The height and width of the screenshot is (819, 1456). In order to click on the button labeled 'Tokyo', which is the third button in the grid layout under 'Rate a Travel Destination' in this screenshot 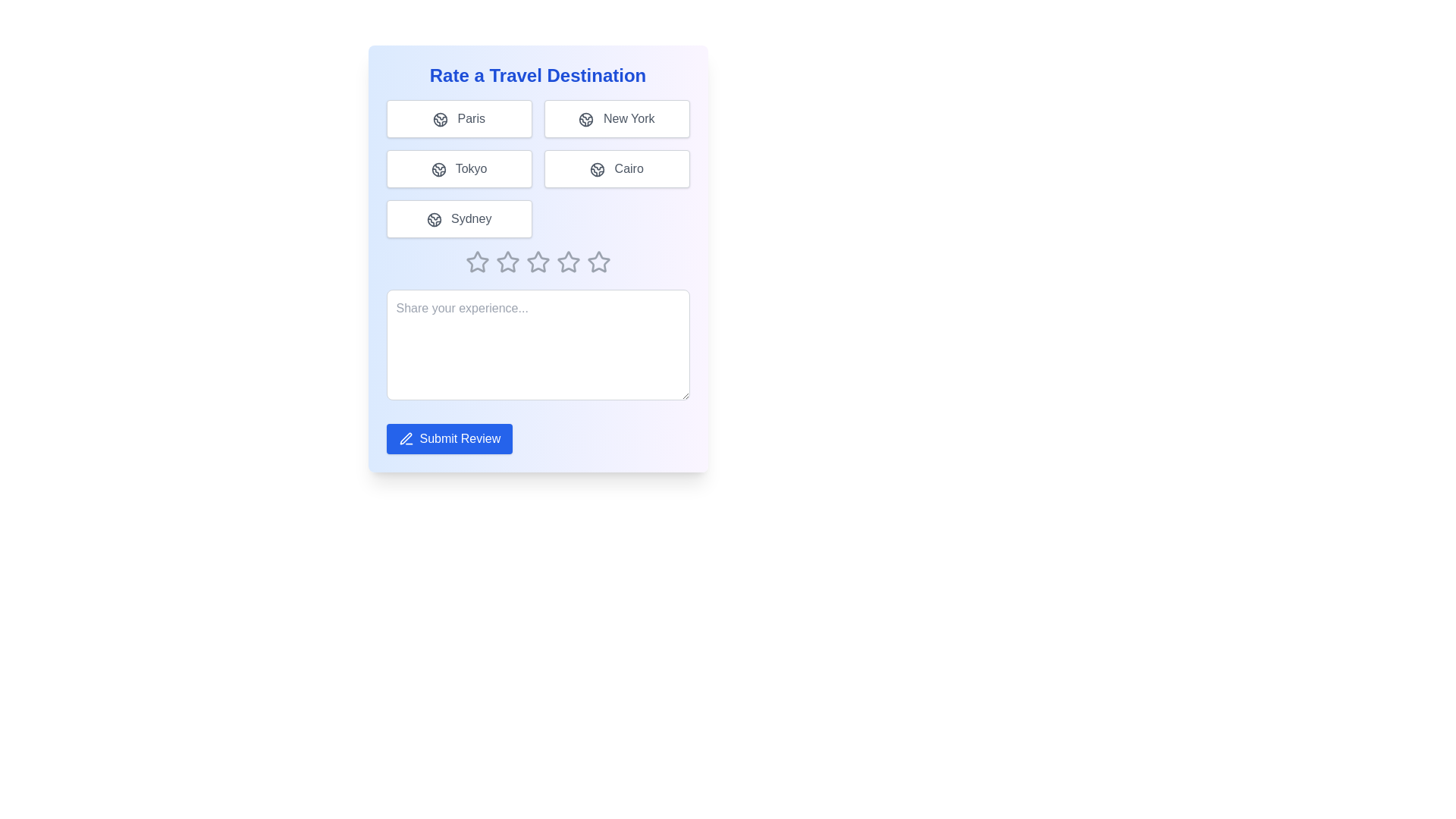, I will do `click(458, 169)`.